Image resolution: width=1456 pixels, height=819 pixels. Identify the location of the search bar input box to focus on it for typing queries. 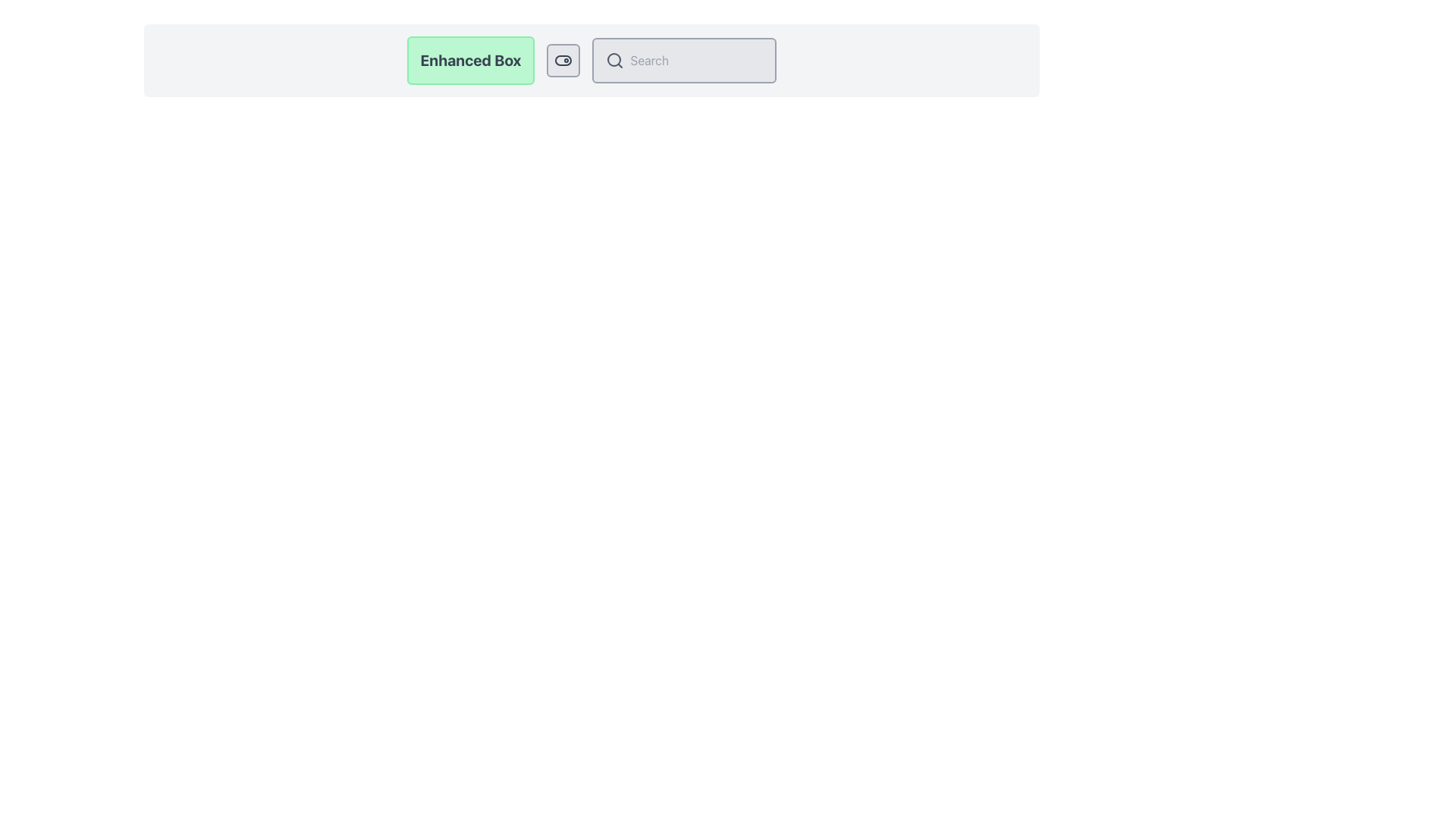
(695, 60).